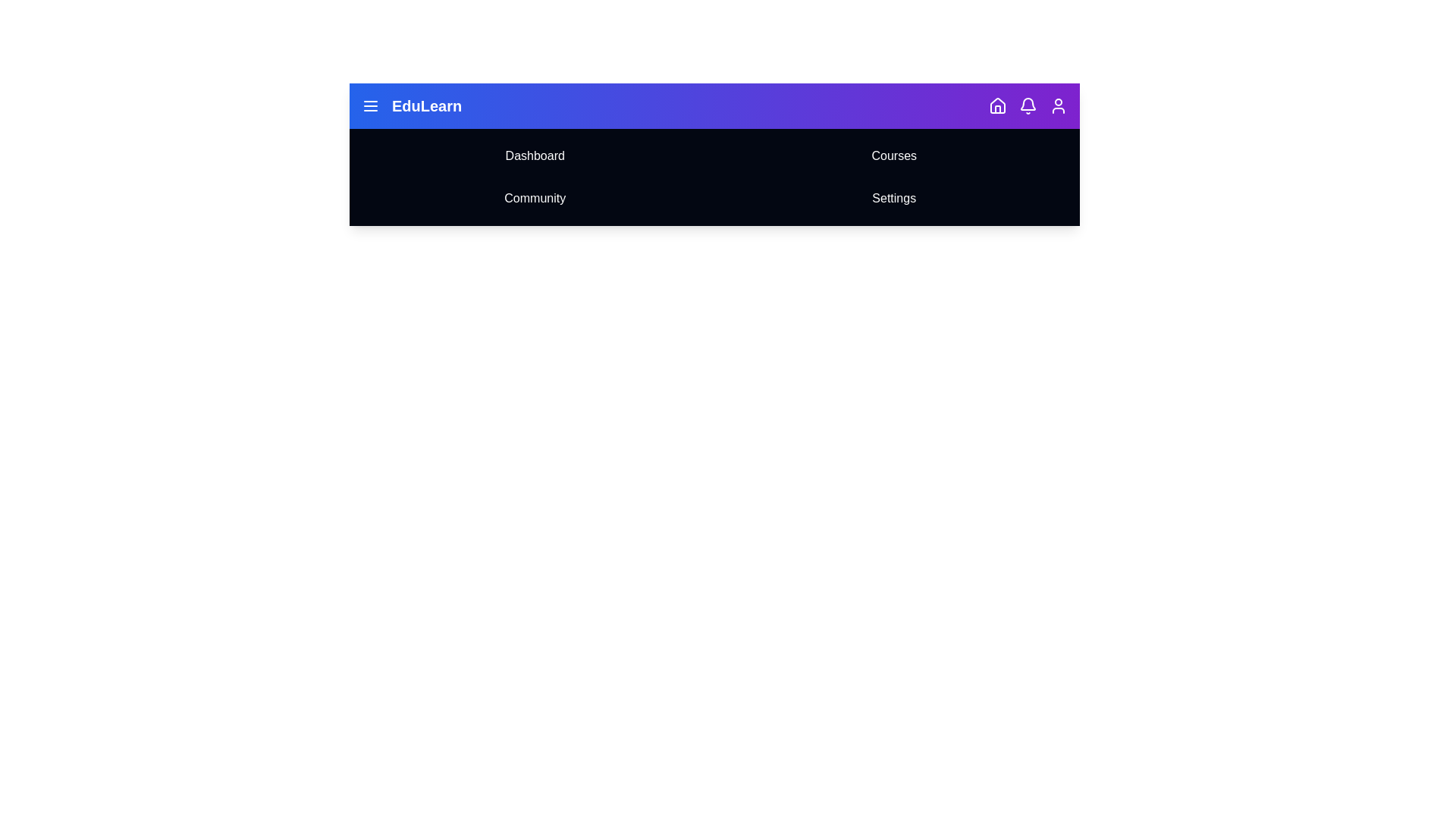 The width and height of the screenshot is (1456, 819). I want to click on the Courses navigation icon to navigate to the respective section, so click(894, 155).